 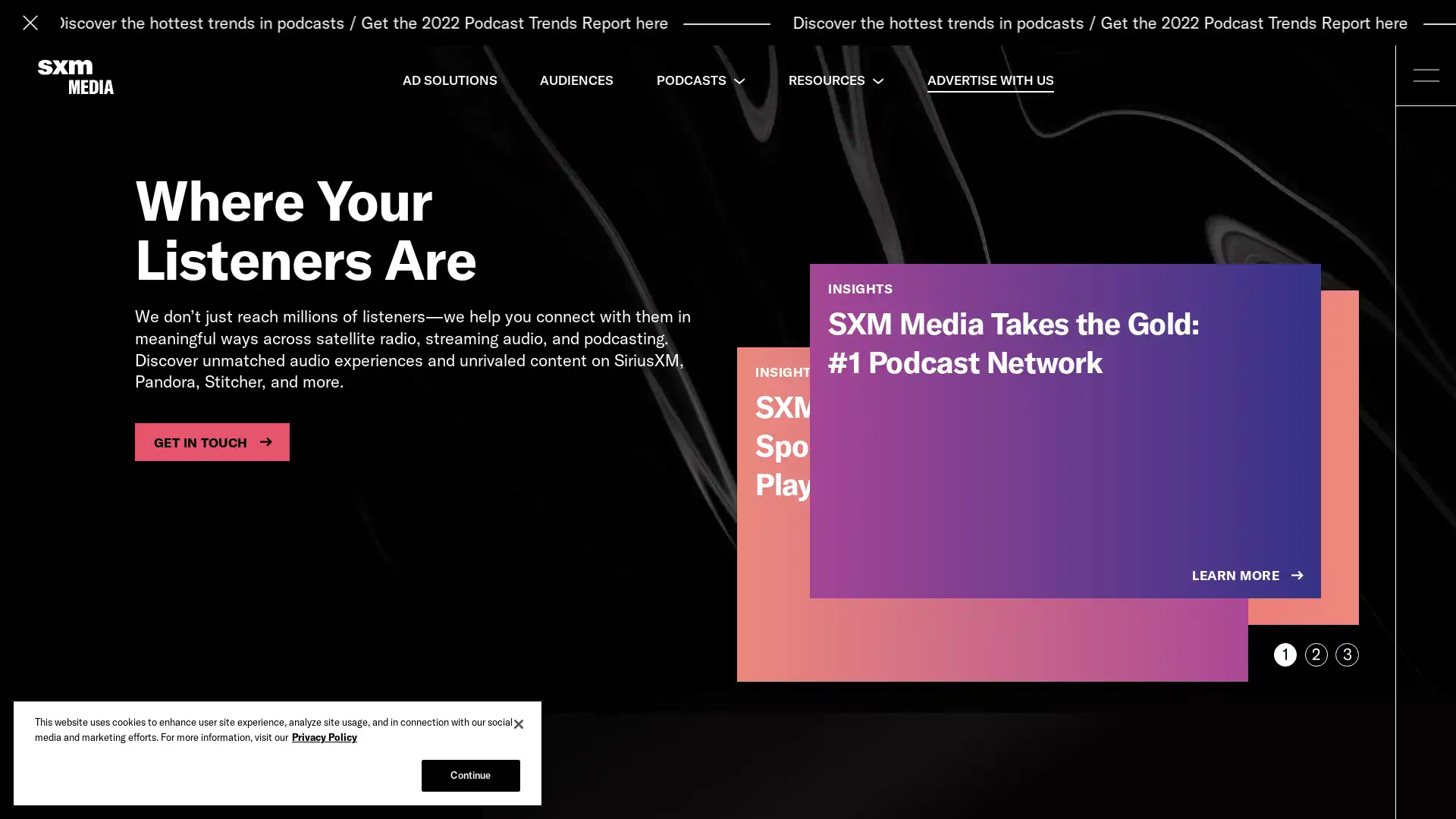 What do you see at coordinates (211, 441) in the screenshot?
I see `GET IN TOUCH` at bounding box center [211, 441].